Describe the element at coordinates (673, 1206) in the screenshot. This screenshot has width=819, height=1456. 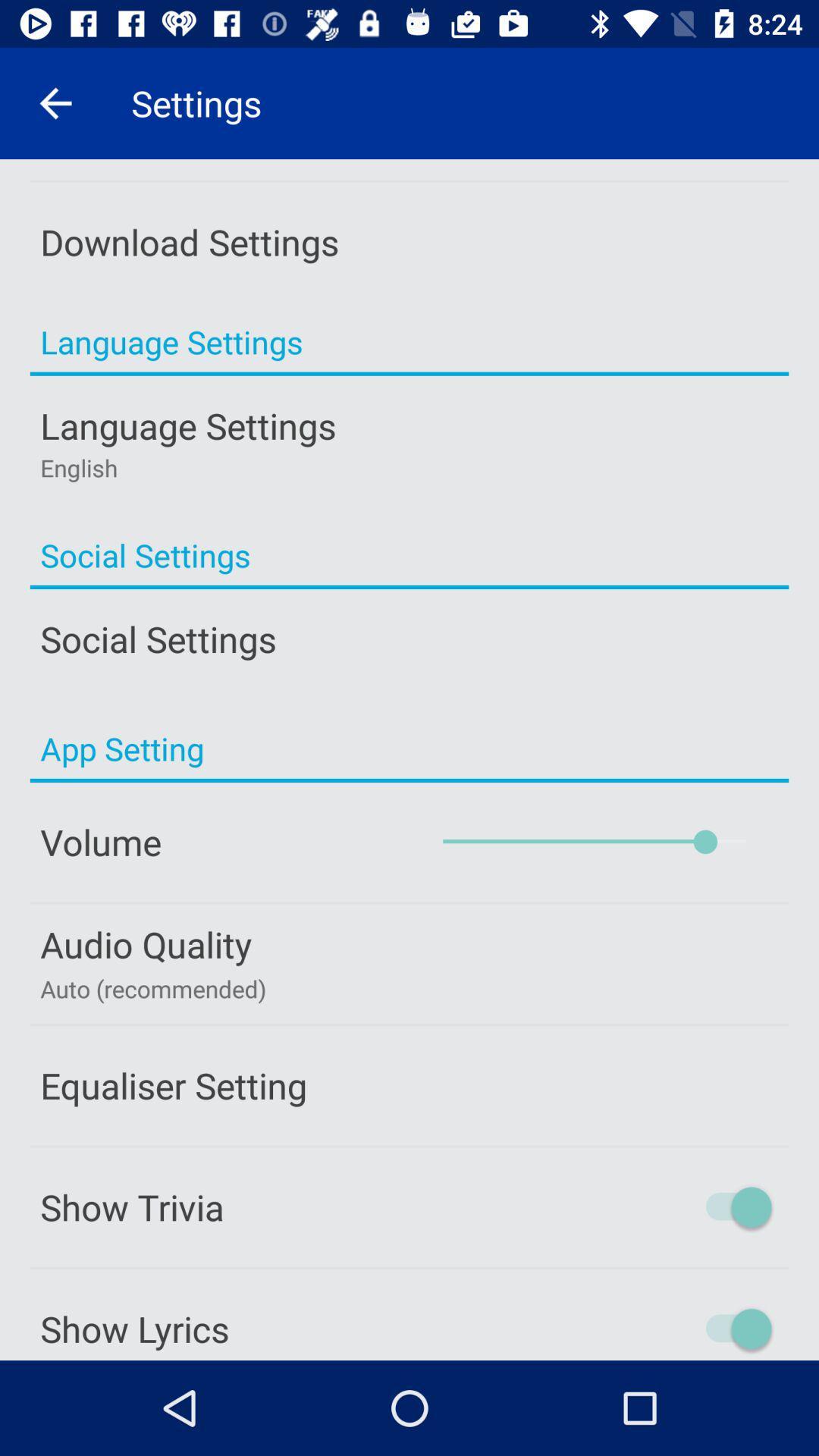
I see `icon to the right of the show trivia item` at that location.